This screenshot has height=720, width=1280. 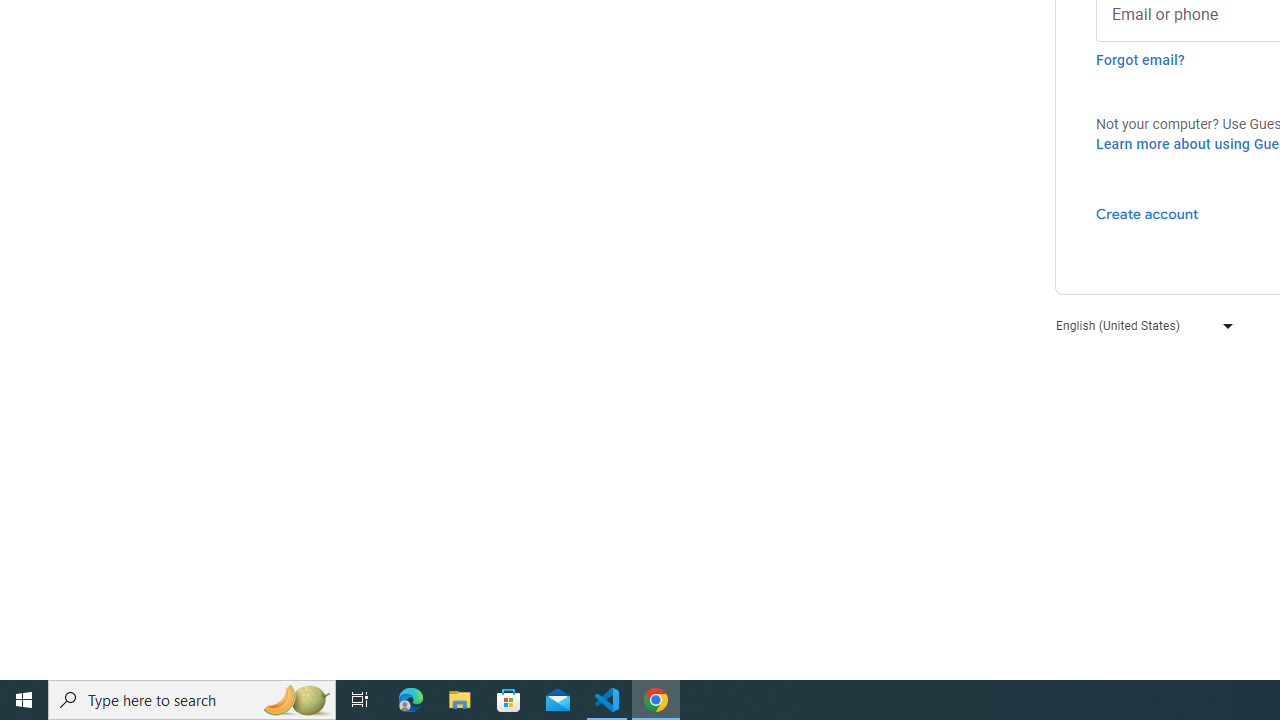 What do you see at coordinates (1146, 213) in the screenshot?
I see `'Create account'` at bounding box center [1146, 213].